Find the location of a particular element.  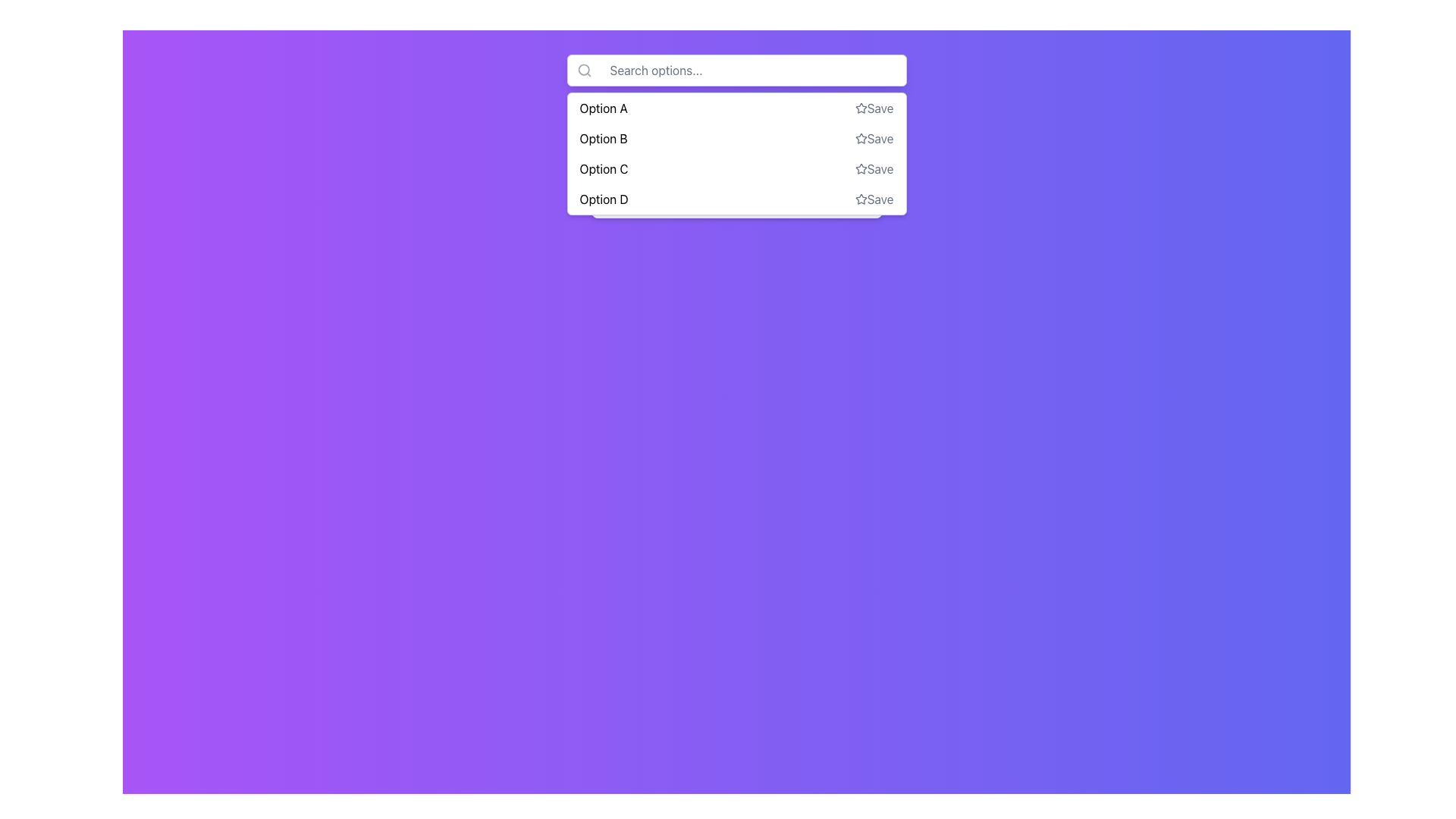

the Star Symbol icon located to the right of the text 'Option C' in the 'Save' button area is located at coordinates (861, 168).